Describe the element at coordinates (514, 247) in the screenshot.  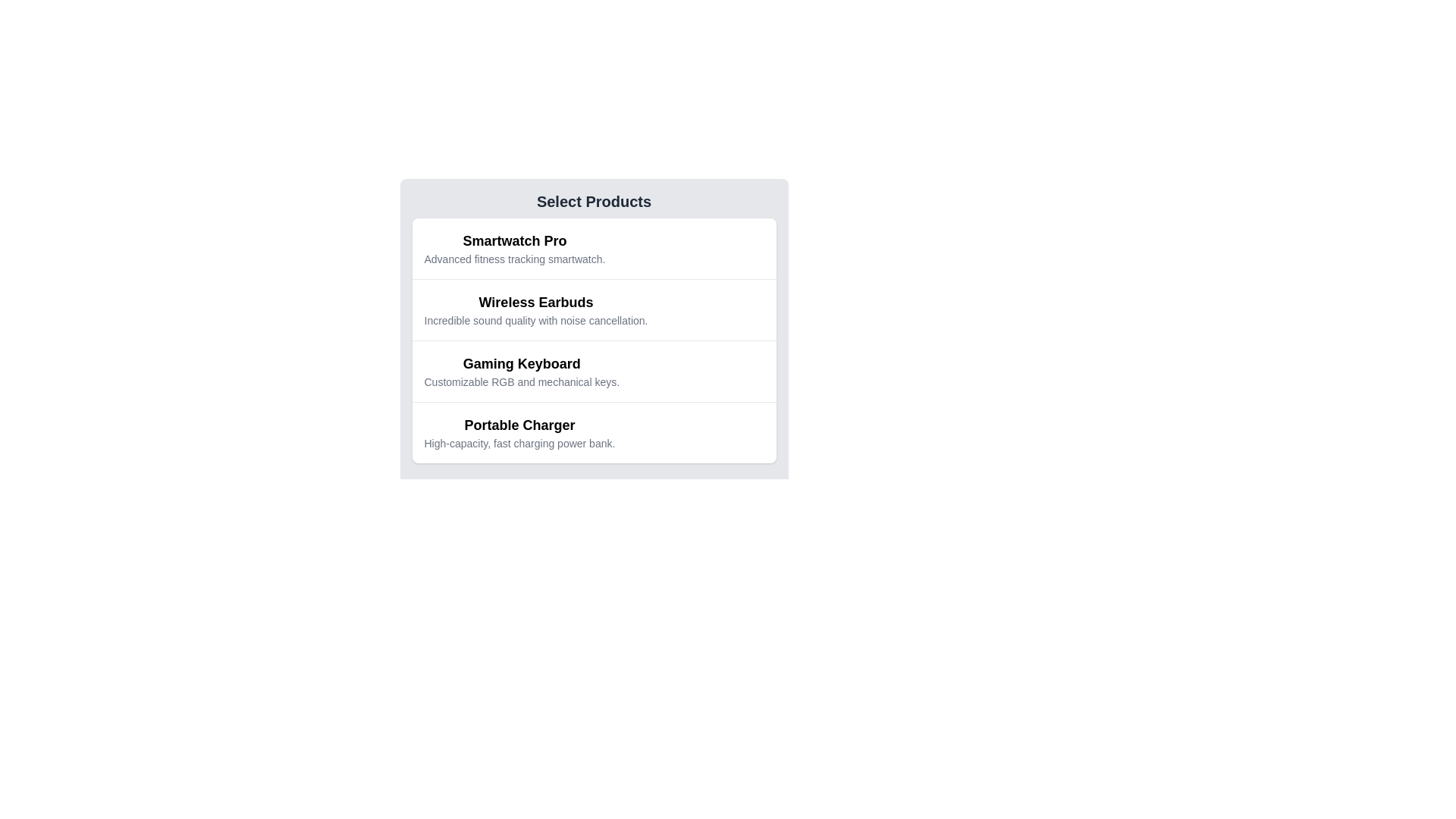
I see `text block containing the title 'Smartwatch Pro' and subtitle 'Advanced fitness tracking smartwatch.' located in the top left corner of the product selection list` at that location.